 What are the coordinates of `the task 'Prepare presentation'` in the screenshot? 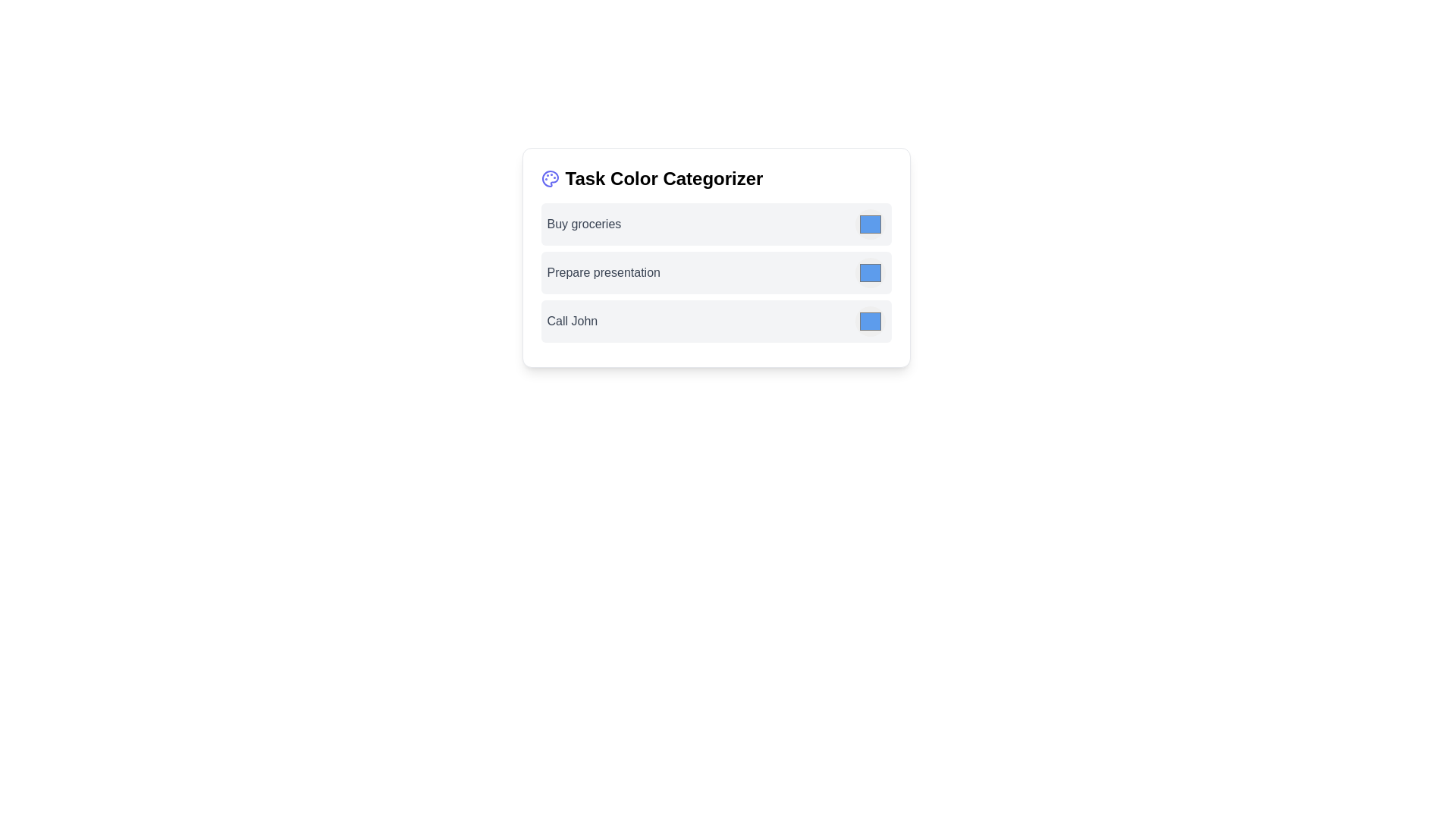 It's located at (715, 275).